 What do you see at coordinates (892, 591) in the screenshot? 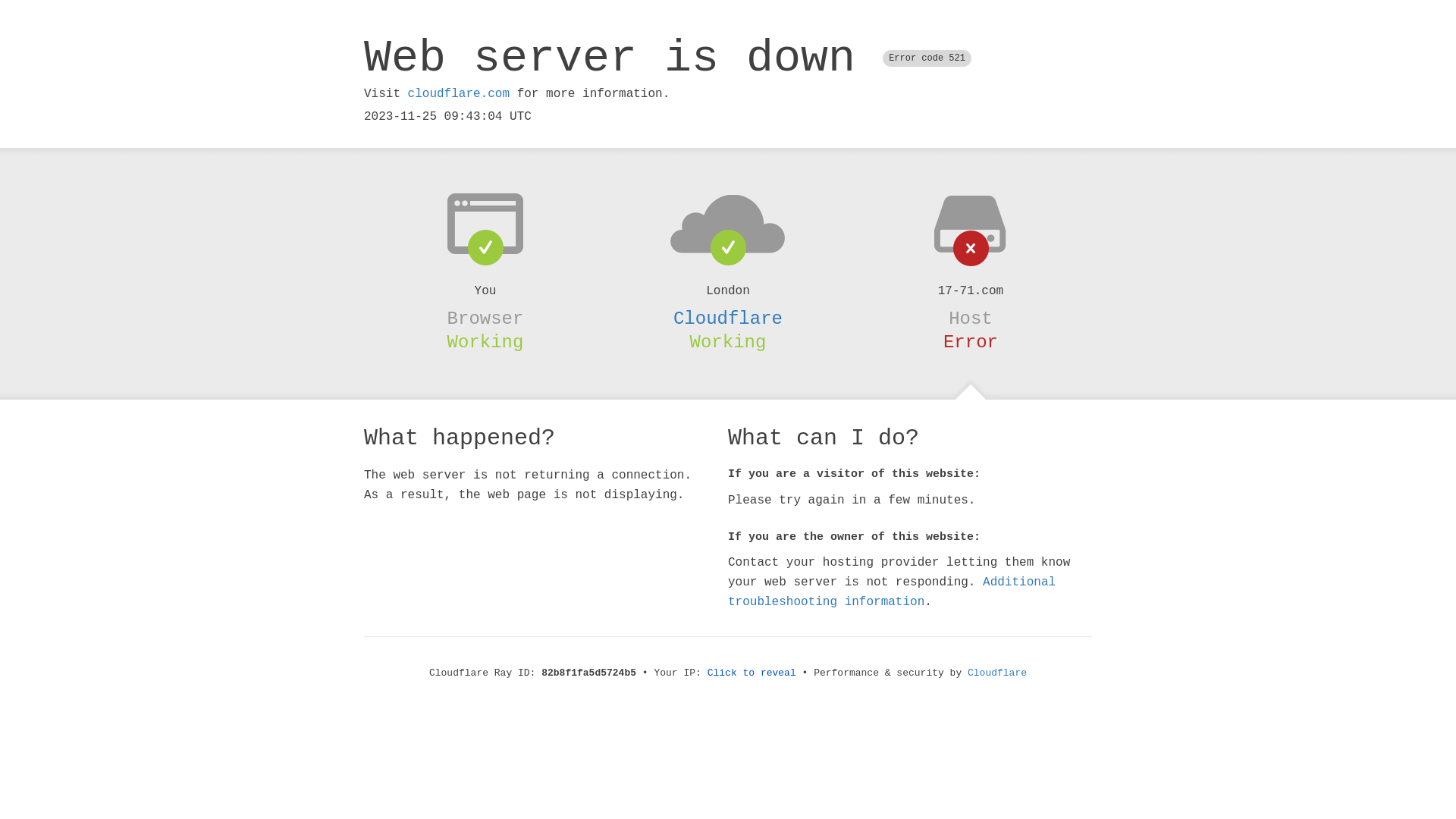
I see `'Additional troubleshooting information'` at bounding box center [892, 591].